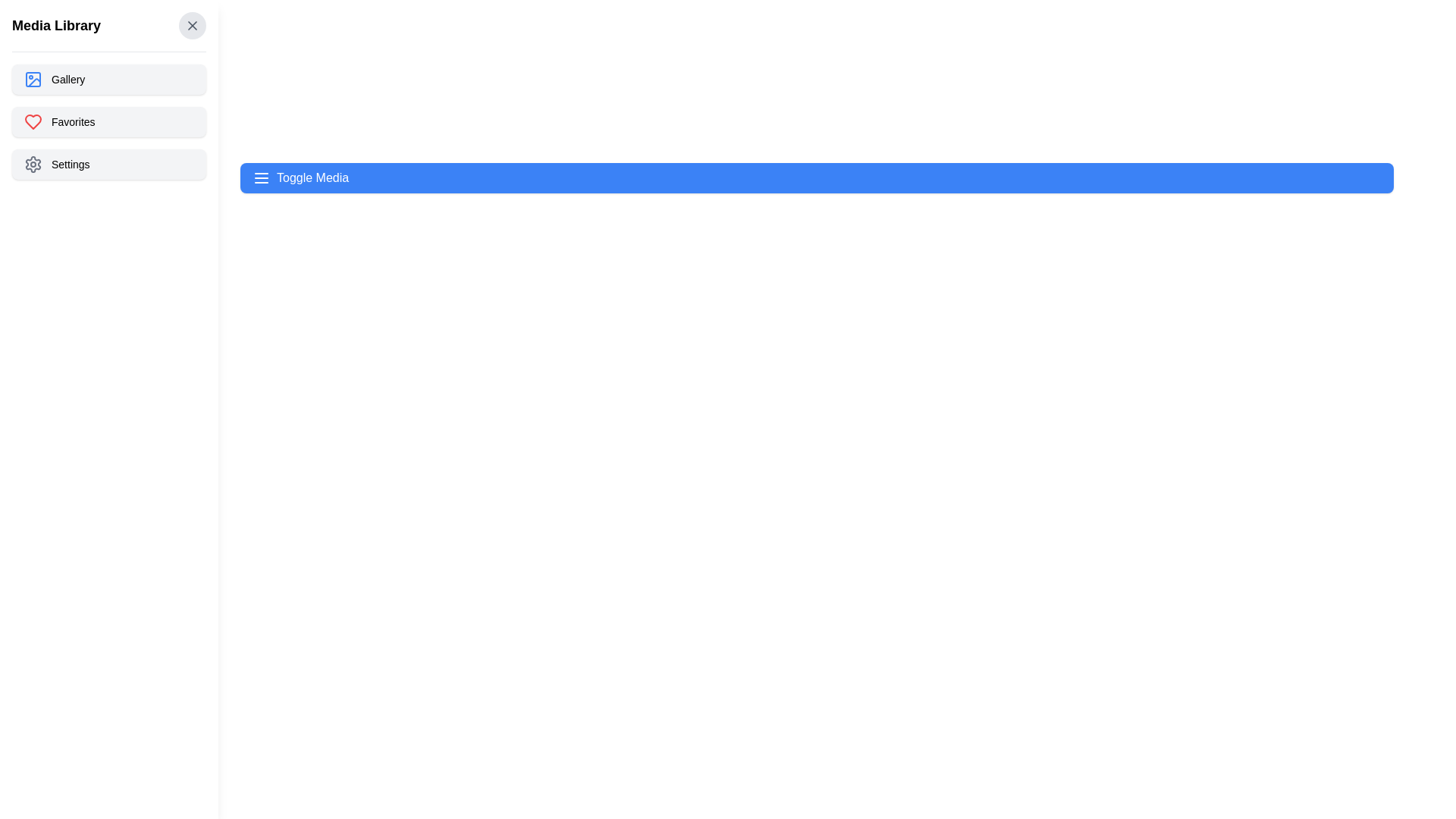 This screenshot has width=1456, height=819. I want to click on the 'Toggle Media' button to toggle the visibility of the media drawer, so click(816, 177).